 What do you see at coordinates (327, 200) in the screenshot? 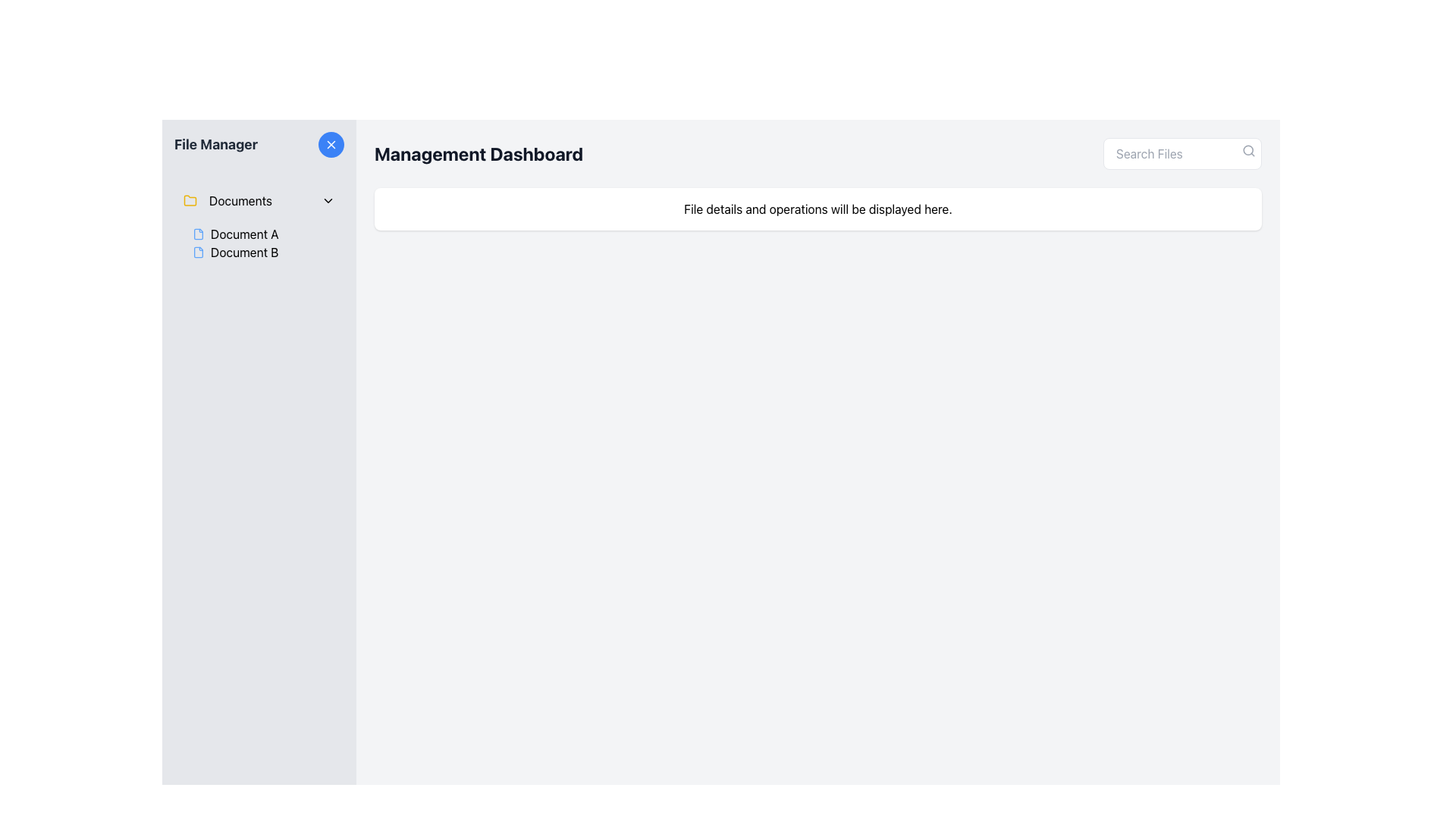
I see `the Dropdown toggle icon located to the far-right of the 'Documents' label in the File Manager section` at bounding box center [327, 200].